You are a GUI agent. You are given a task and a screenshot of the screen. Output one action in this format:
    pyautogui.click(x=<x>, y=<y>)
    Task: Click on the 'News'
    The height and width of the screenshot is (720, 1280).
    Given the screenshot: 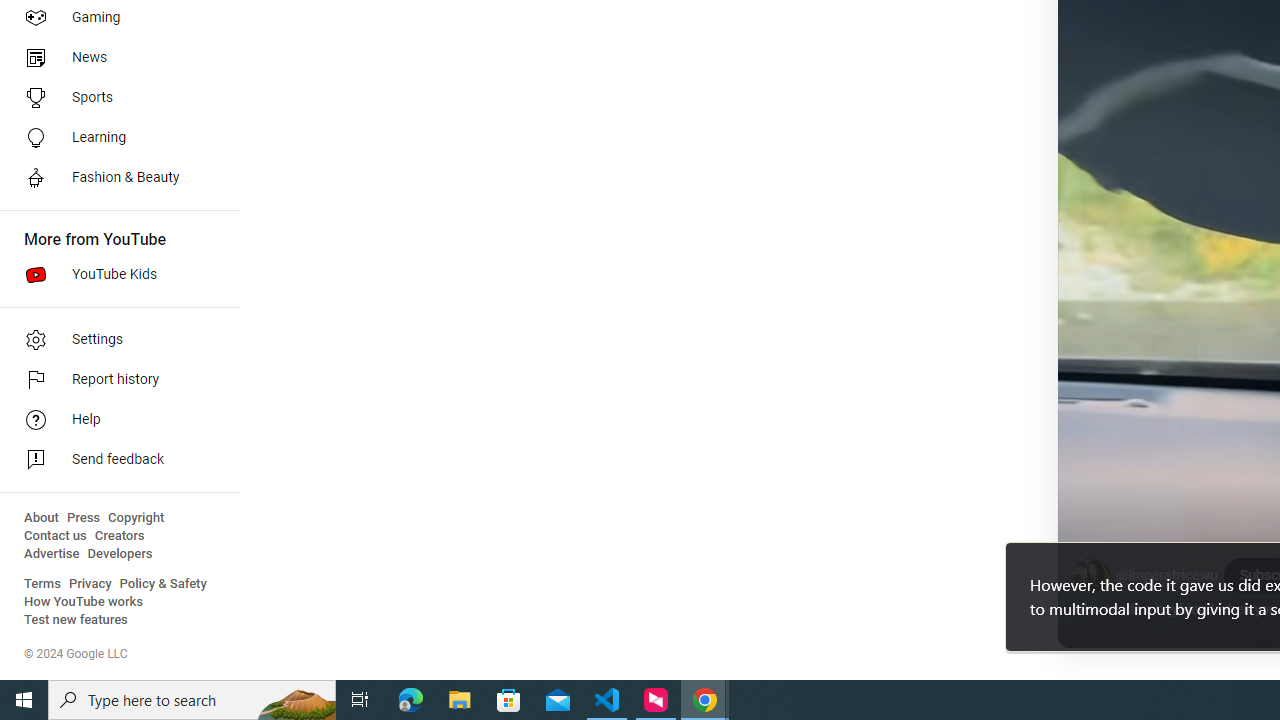 What is the action you would take?
    pyautogui.click(x=112, y=56)
    